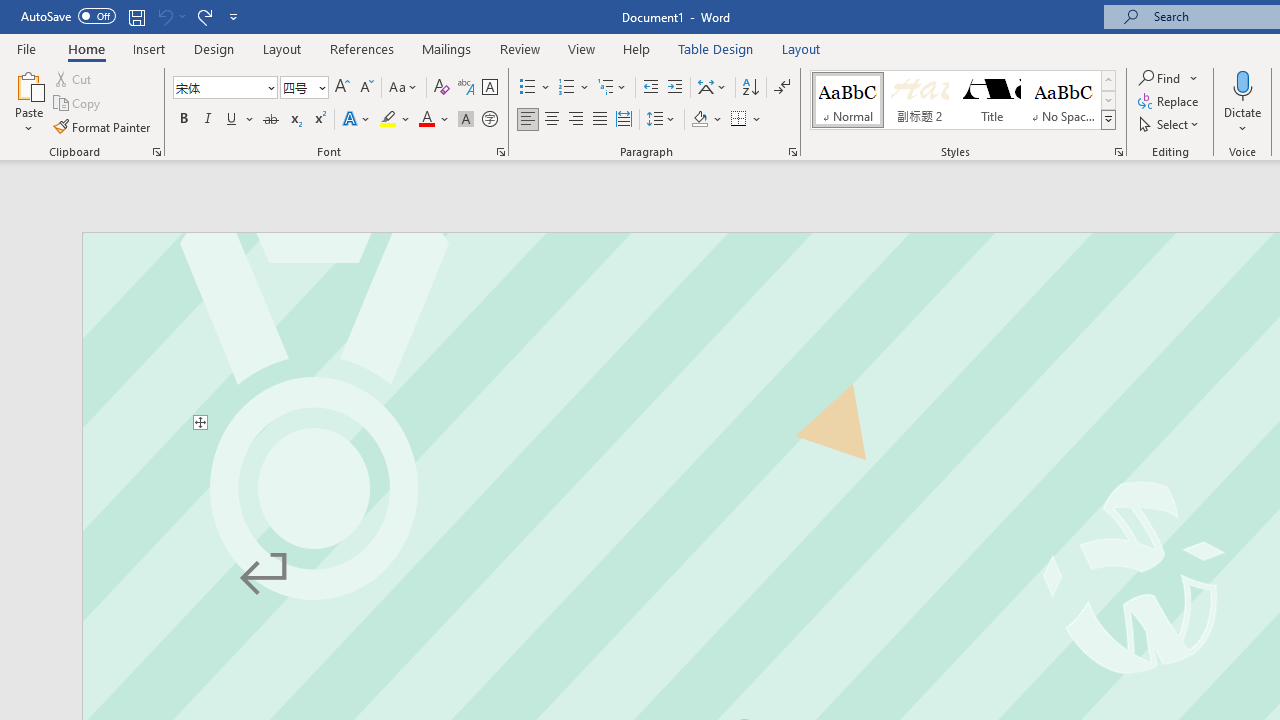 Image resolution: width=1280 pixels, height=720 pixels. Describe the element at coordinates (130, 16) in the screenshot. I see `'Quick Access Toolbar'` at that location.